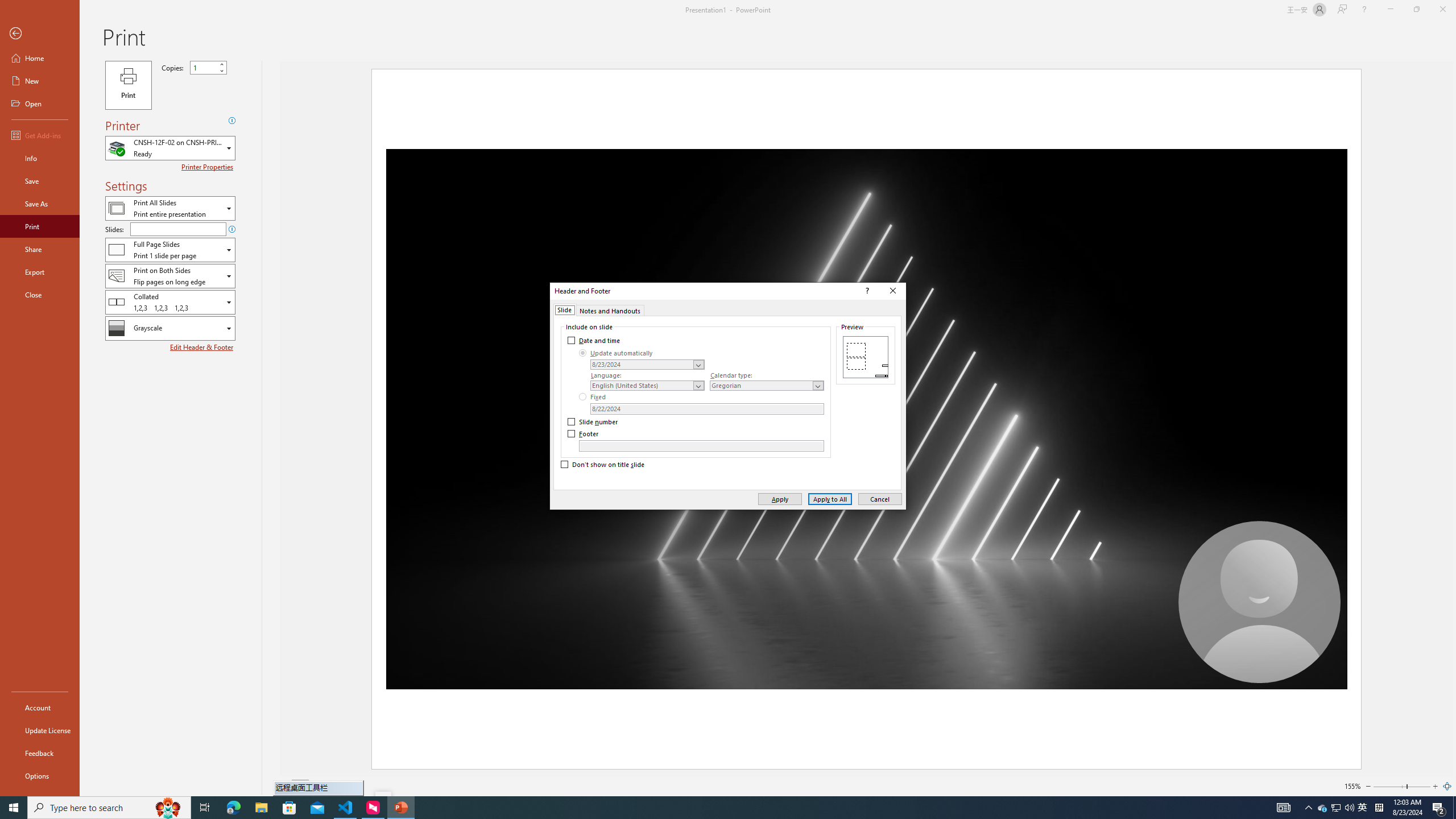 The height and width of the screenshot is (819, 1456). I want to click on 'Zoom to Page', so click(1446, 786).